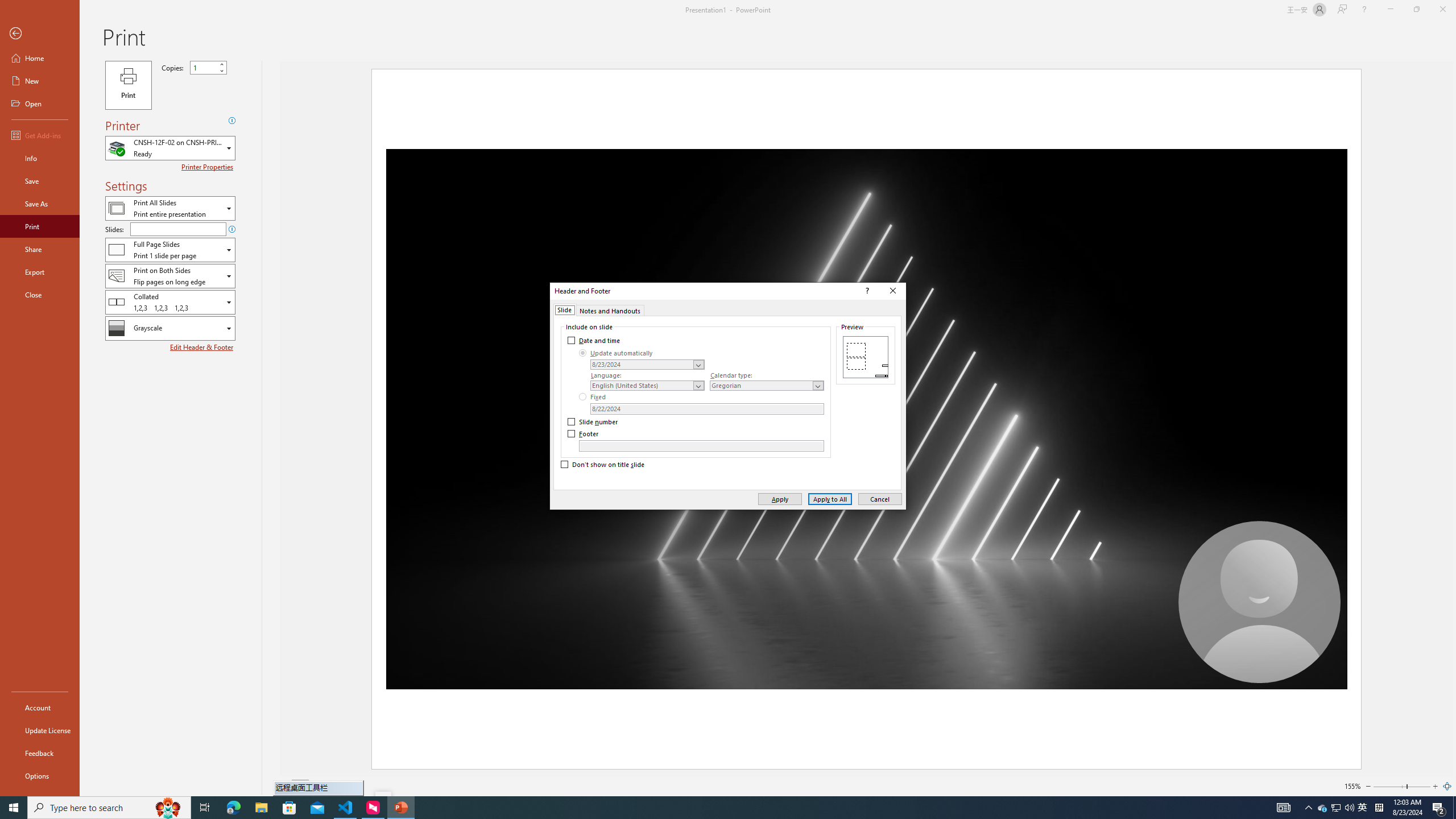 The height and width of the screenshot is (819, 1456). I want to click on 'Zoom to Page', so click(1446, 786).